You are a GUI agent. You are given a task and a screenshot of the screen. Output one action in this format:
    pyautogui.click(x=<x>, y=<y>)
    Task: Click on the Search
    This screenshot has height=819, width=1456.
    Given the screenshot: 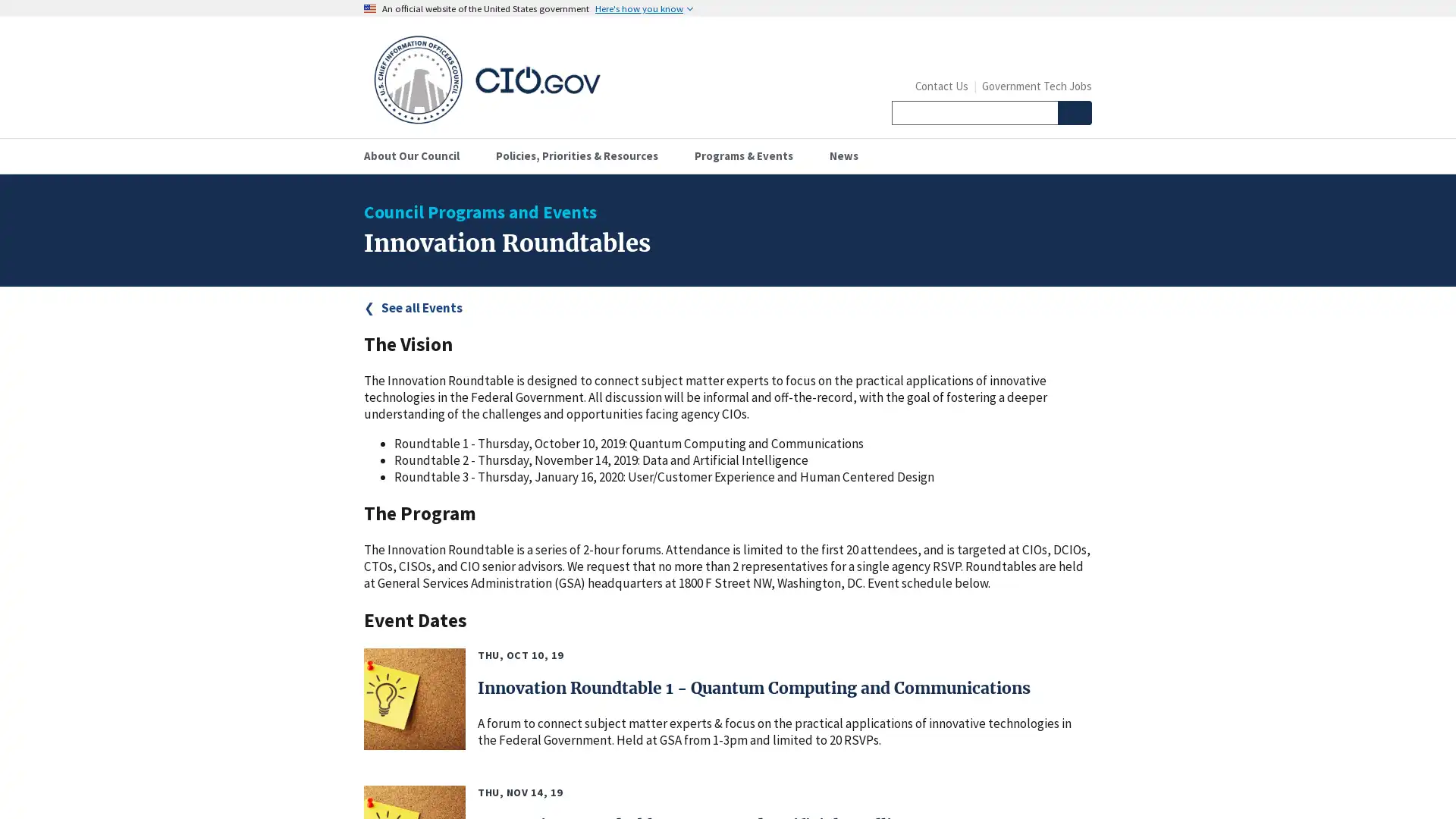 What is the action you would take?
    pyautogui.click(x=1073, y=112)
    